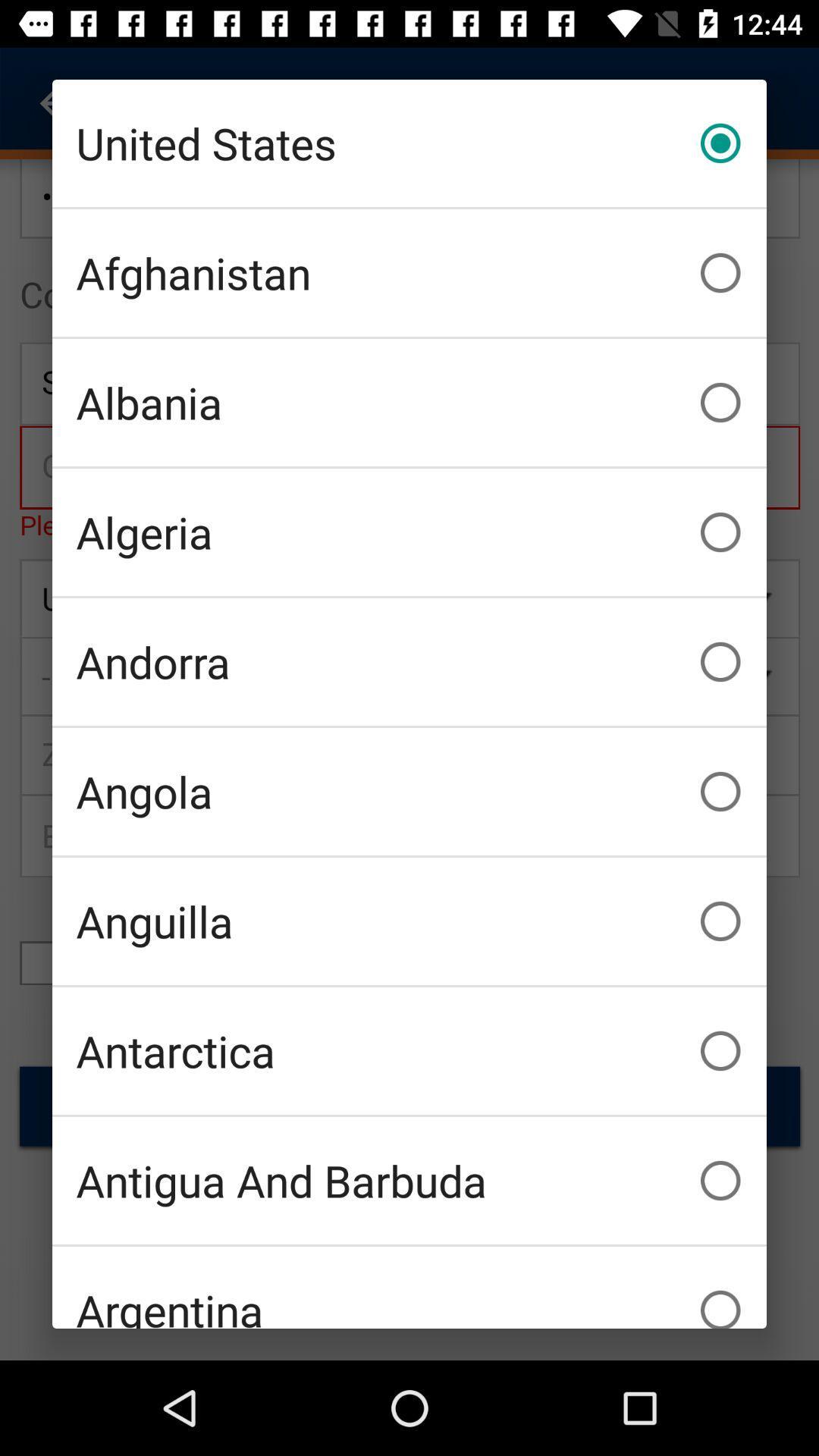 The image size is (819, 1456). Describe the element at coordinates (409, 920) in the screenshot. I see `the icon above antarctica` at that location.